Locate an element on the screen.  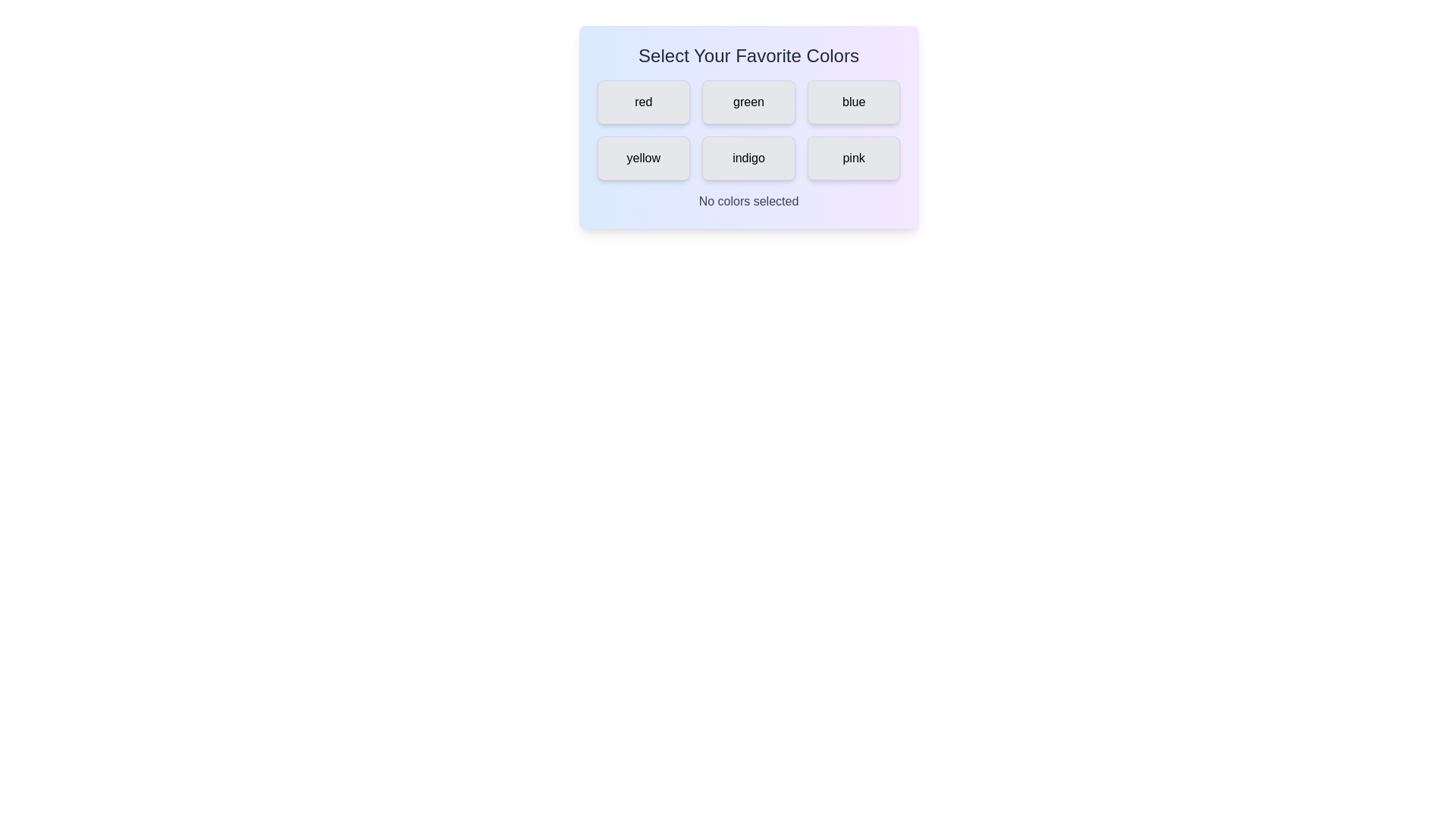
the color tag labeled green to select it is located at coordinates (748, 102).